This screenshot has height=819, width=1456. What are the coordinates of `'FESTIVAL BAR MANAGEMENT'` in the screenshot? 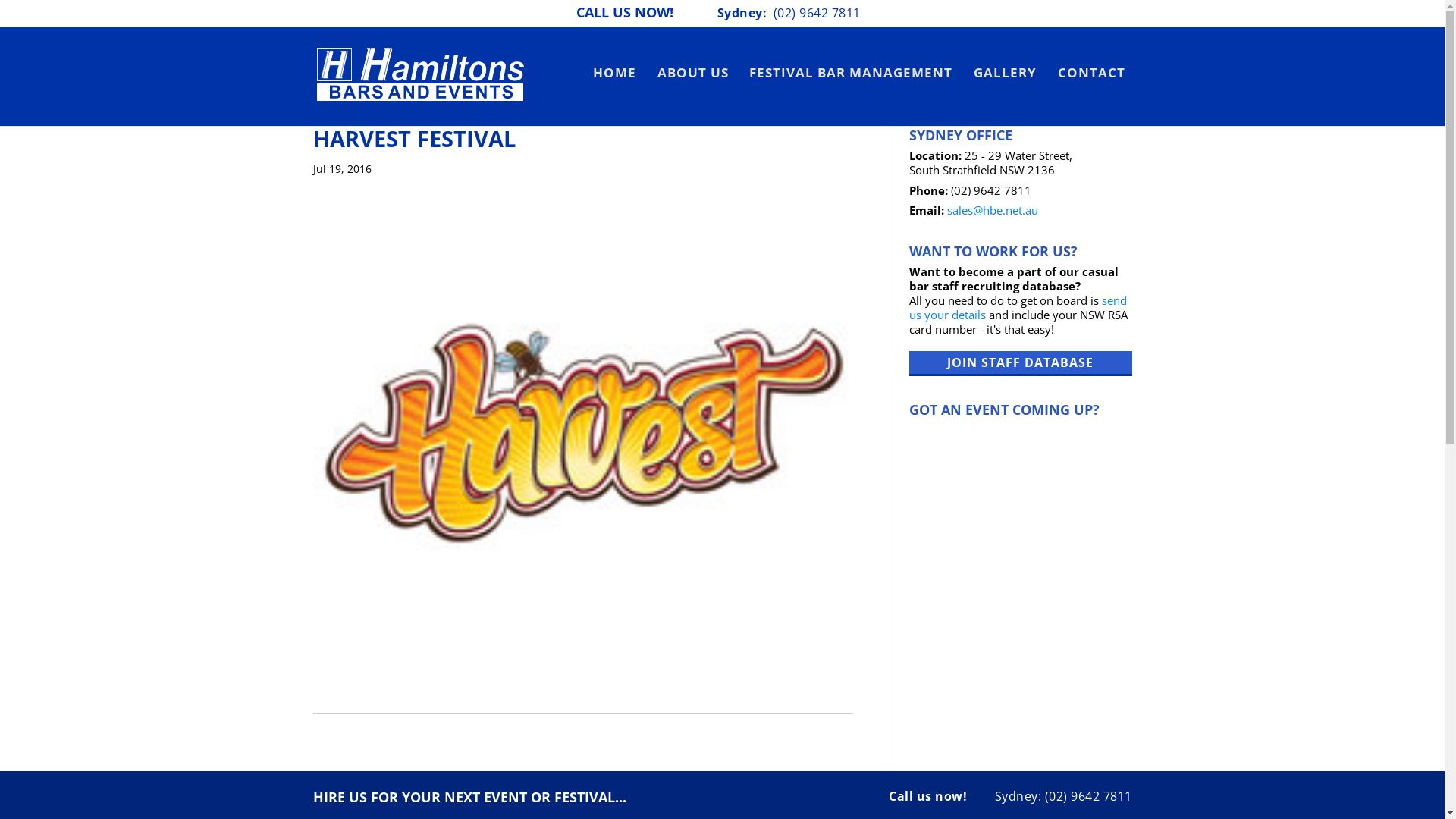 It's located at (851, 74).